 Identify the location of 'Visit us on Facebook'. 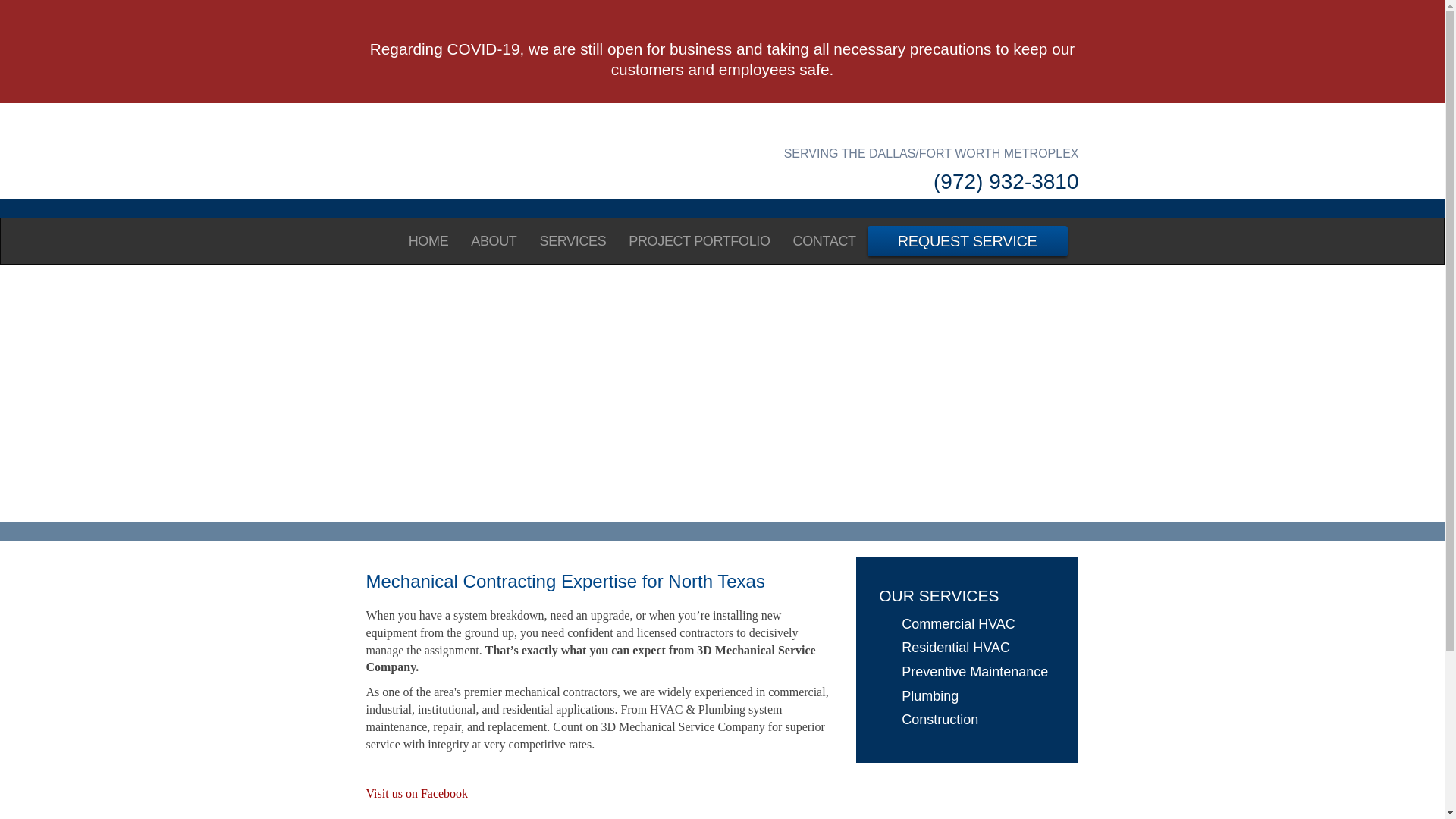
(416, 792).